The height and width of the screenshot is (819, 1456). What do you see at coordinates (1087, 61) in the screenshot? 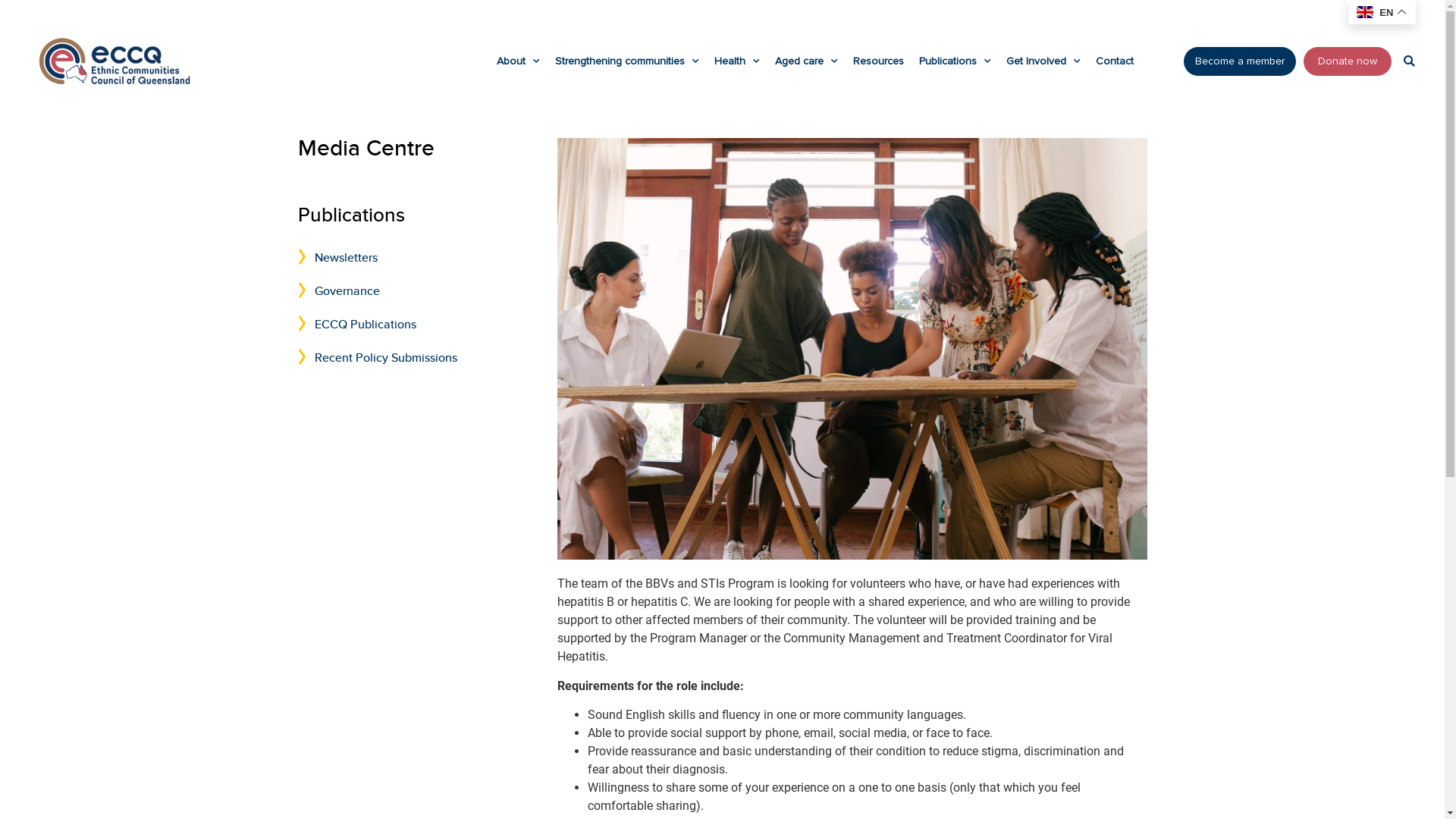
I see `'Contact'` at bounding box center [1087, 61].